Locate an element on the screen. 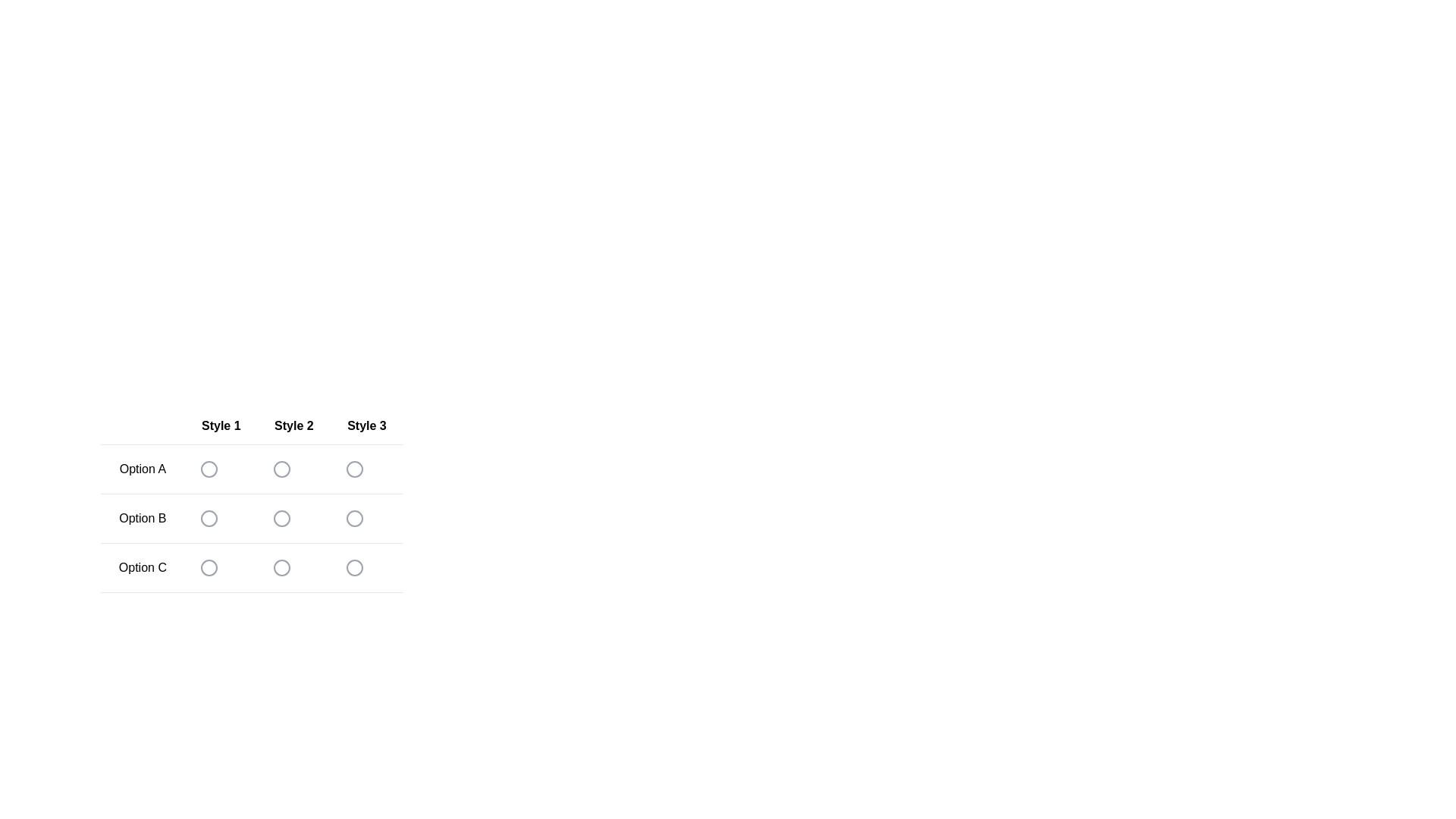 The height and width of the screenshot is (819, 1456). the first radio button labeled 'Option B' under the 'Style 1' category is located at coordinates (208, 517).